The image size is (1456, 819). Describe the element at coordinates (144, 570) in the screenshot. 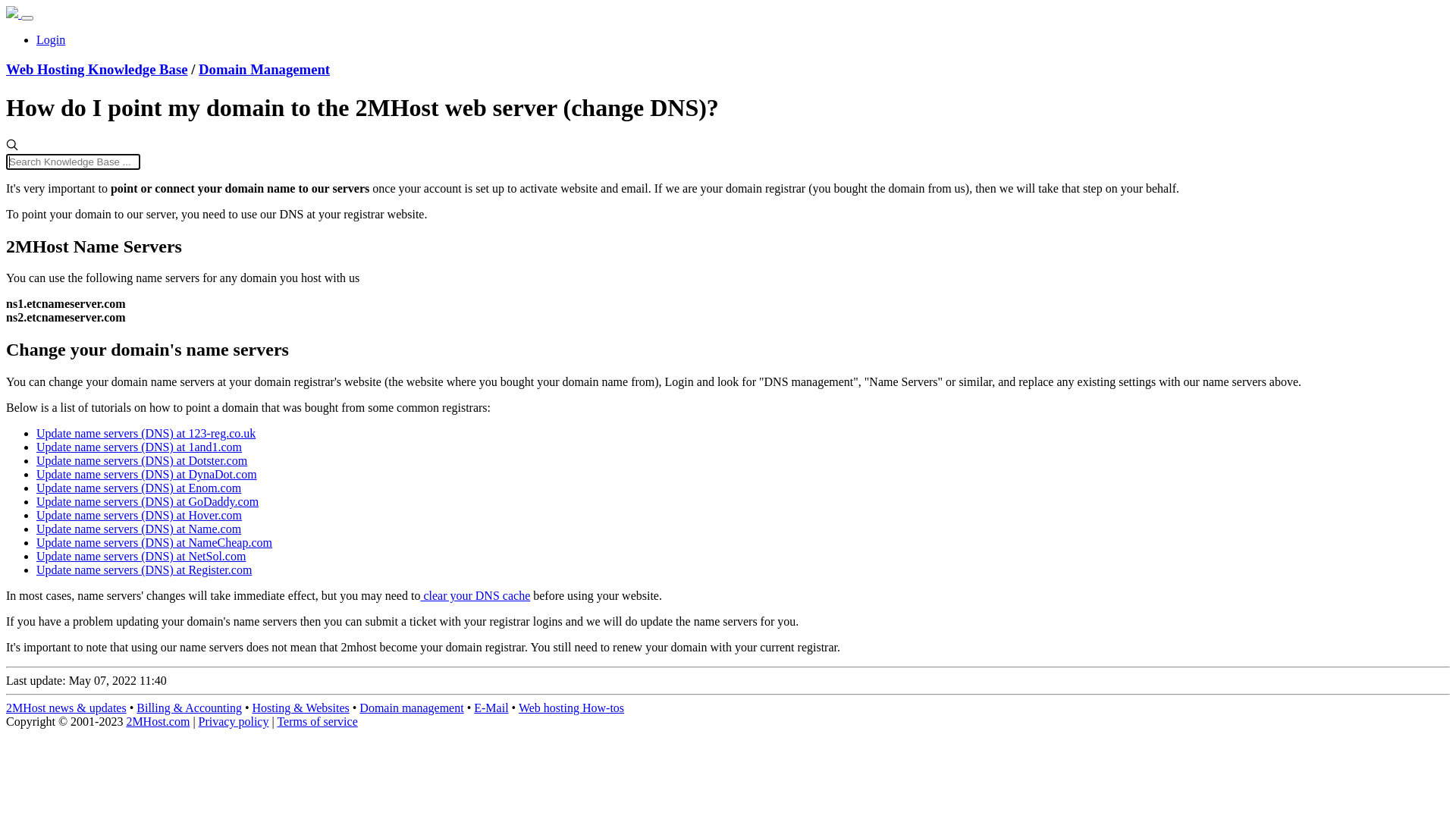

I see `'Update name servers (DNS) at Register.com'` at that location.